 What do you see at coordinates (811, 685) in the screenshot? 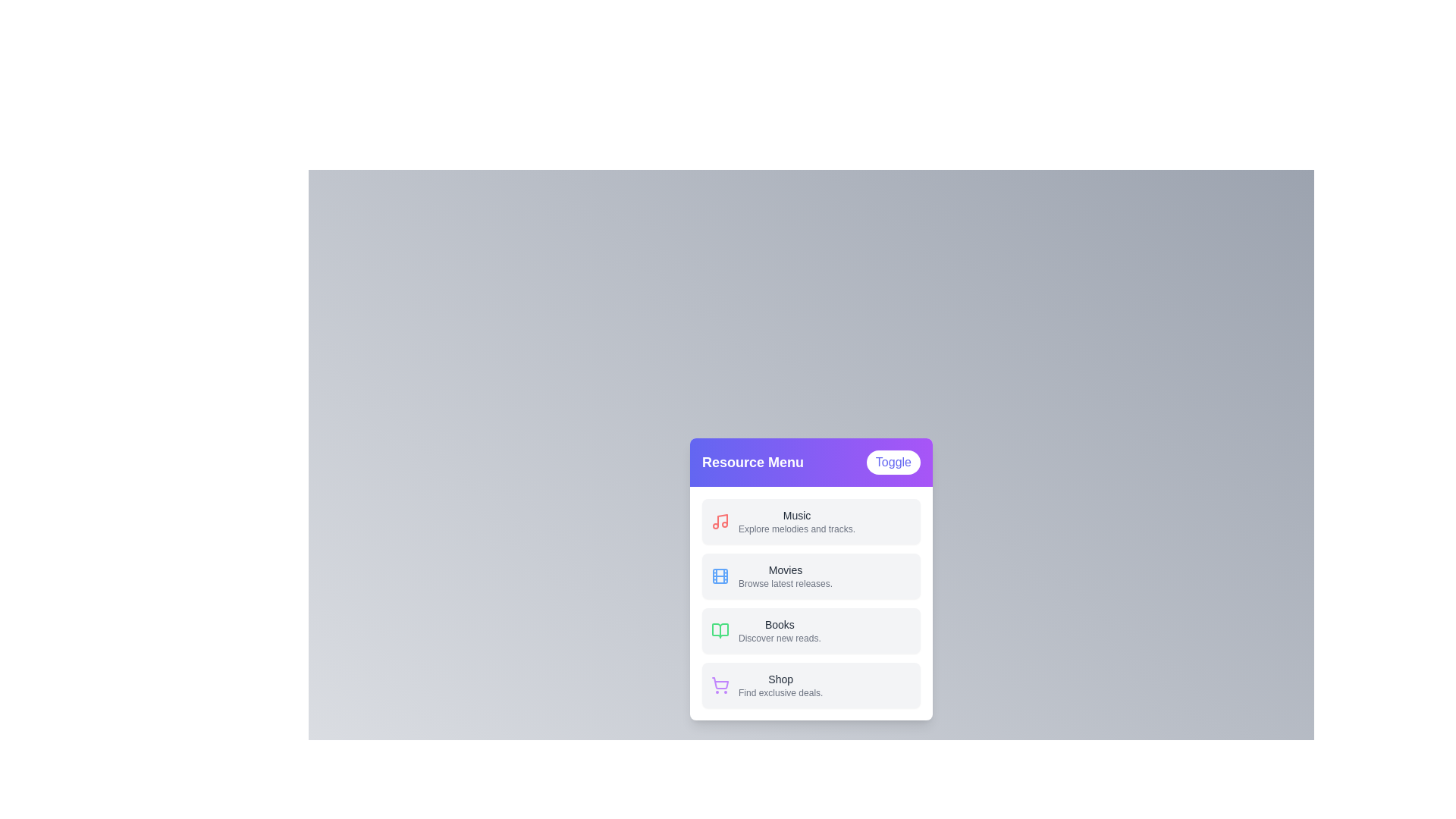
I see `the menu item labeled Shop` at bounding box center [811, 685].